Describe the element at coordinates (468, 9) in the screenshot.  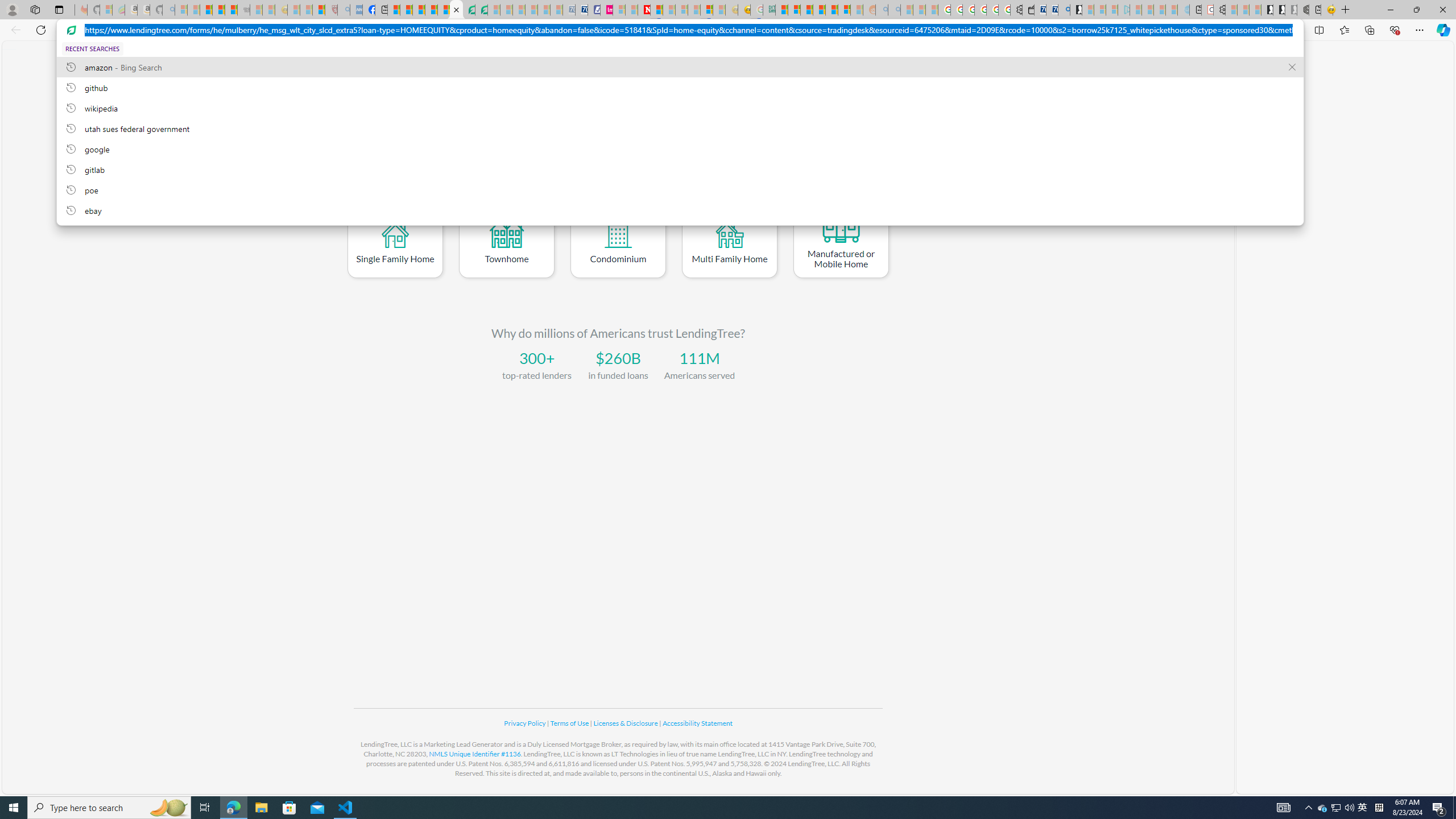
I see `'Terms of Use Agreement'` at that location.